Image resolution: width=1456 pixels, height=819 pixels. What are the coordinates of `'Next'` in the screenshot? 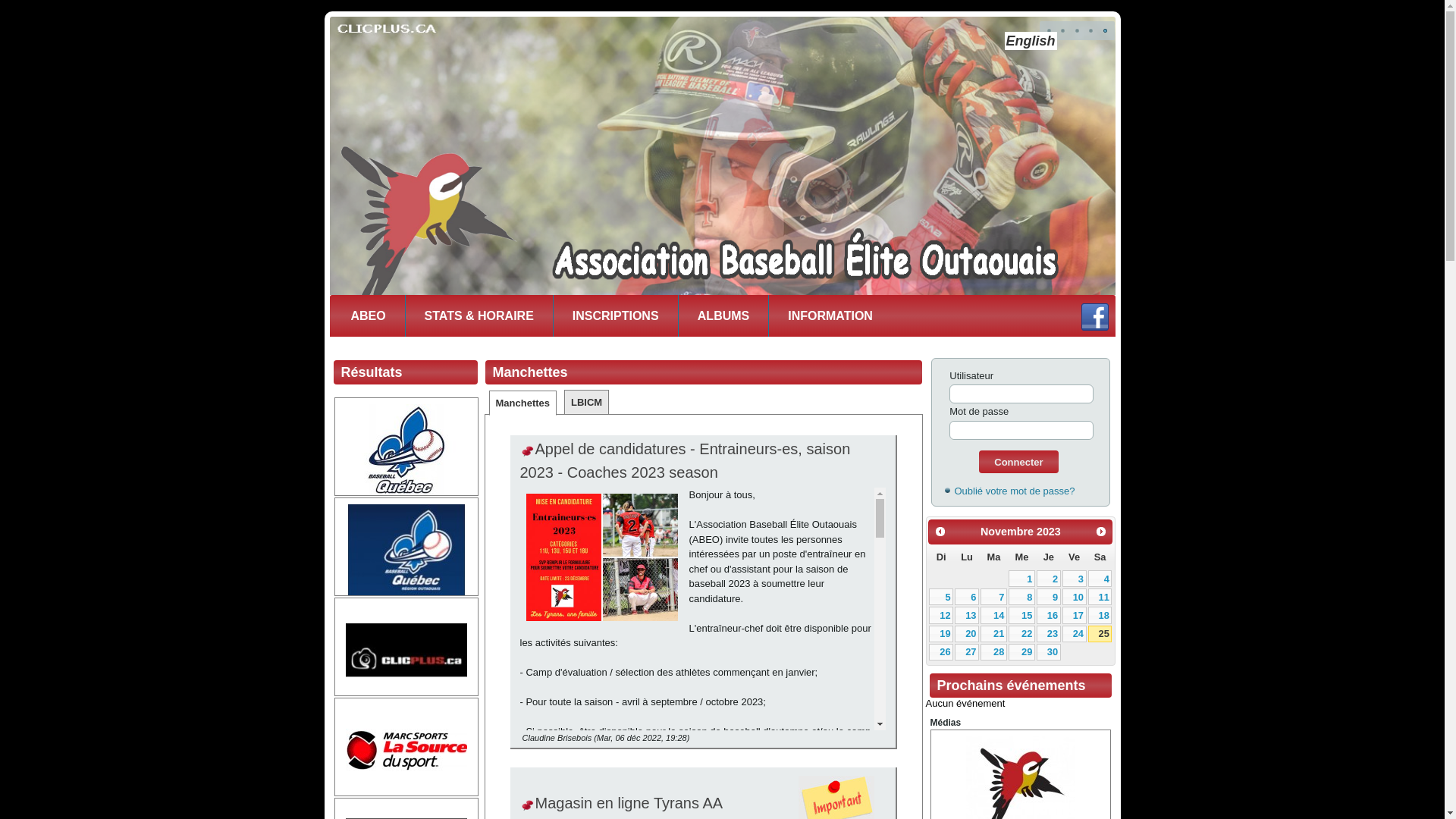 It's located at (1101, 531).